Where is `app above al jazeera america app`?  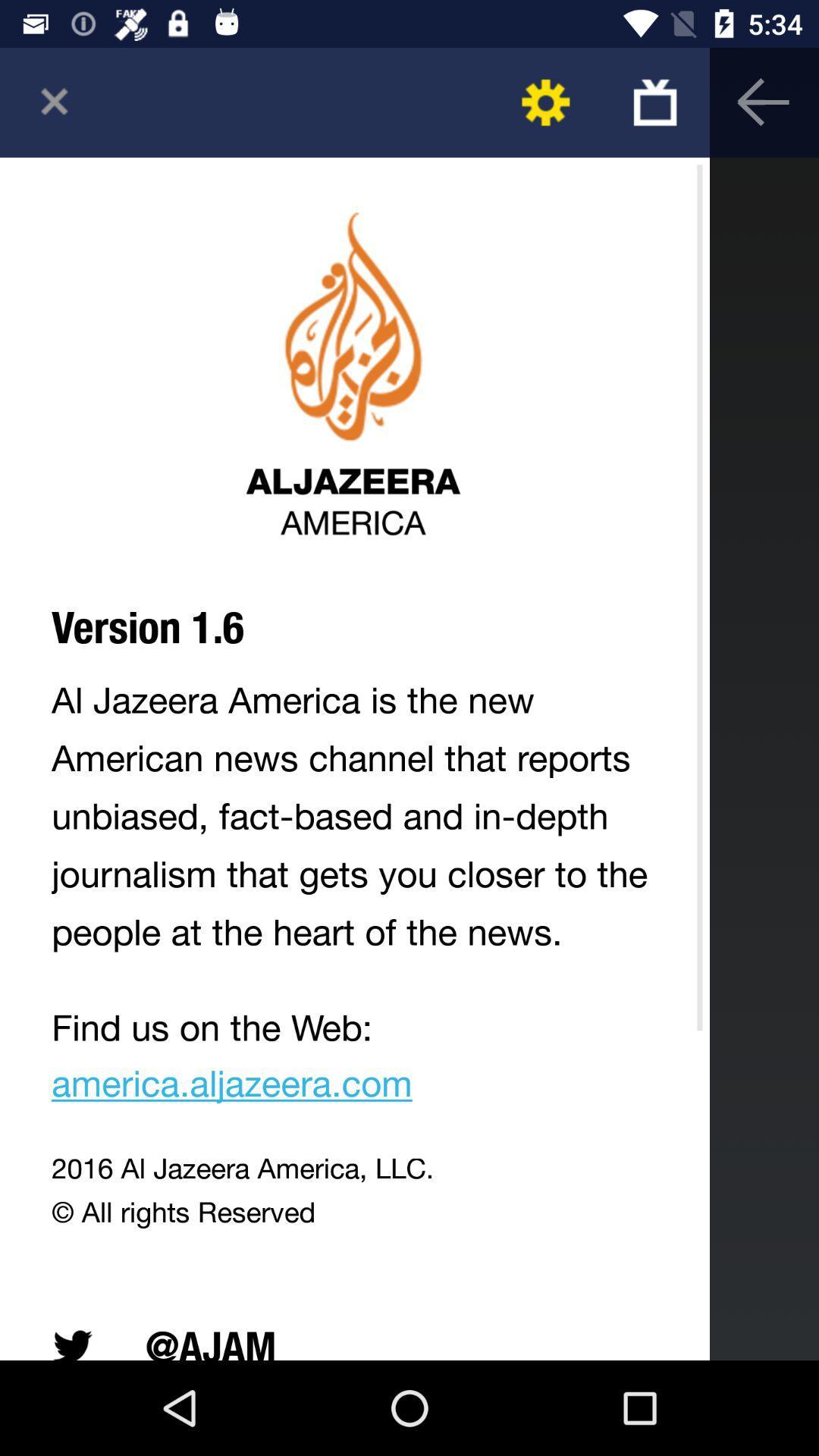
app above al jazeera america app is located at coordinates (654, 102).